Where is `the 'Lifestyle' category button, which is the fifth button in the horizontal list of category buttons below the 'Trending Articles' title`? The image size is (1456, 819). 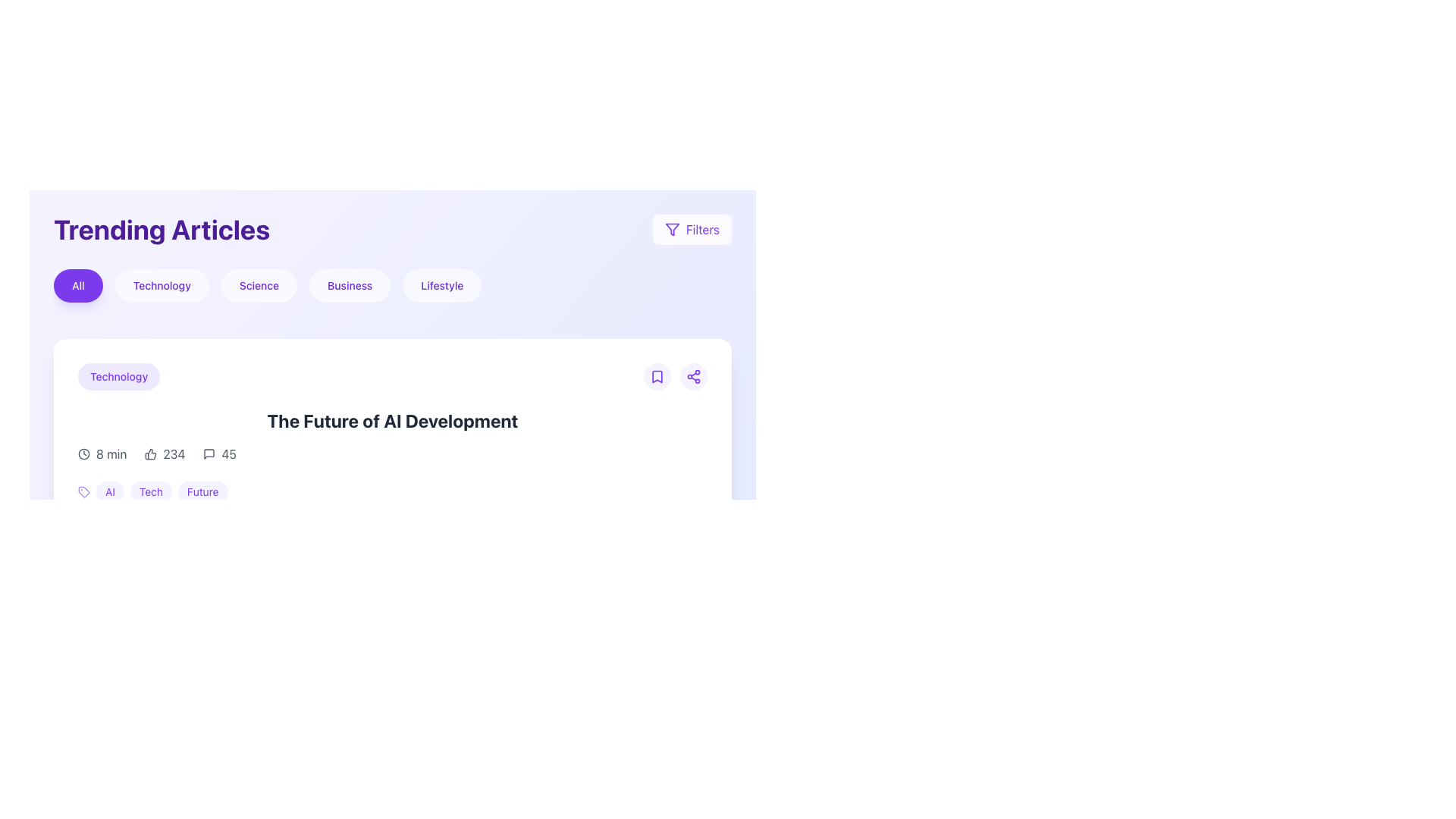 the 'Lifestyle' category button, which is the fifth button in the horizontal list of category buttons below the 'Trending Articles' title is located at coordinates (441, 286).